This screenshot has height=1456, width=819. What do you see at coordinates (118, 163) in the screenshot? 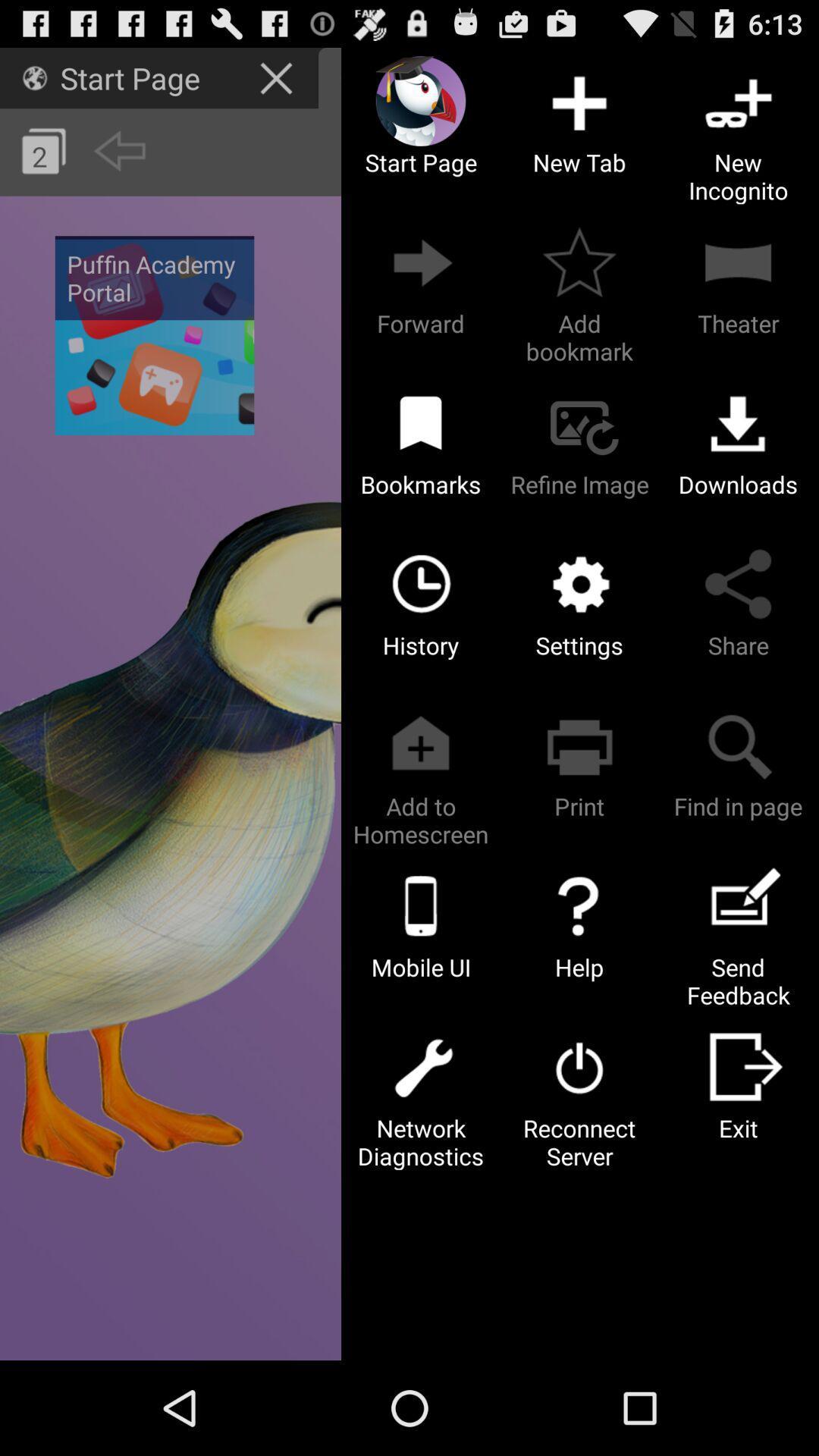
I see `the arrow_backward icon` at bounding box center [118, 163].